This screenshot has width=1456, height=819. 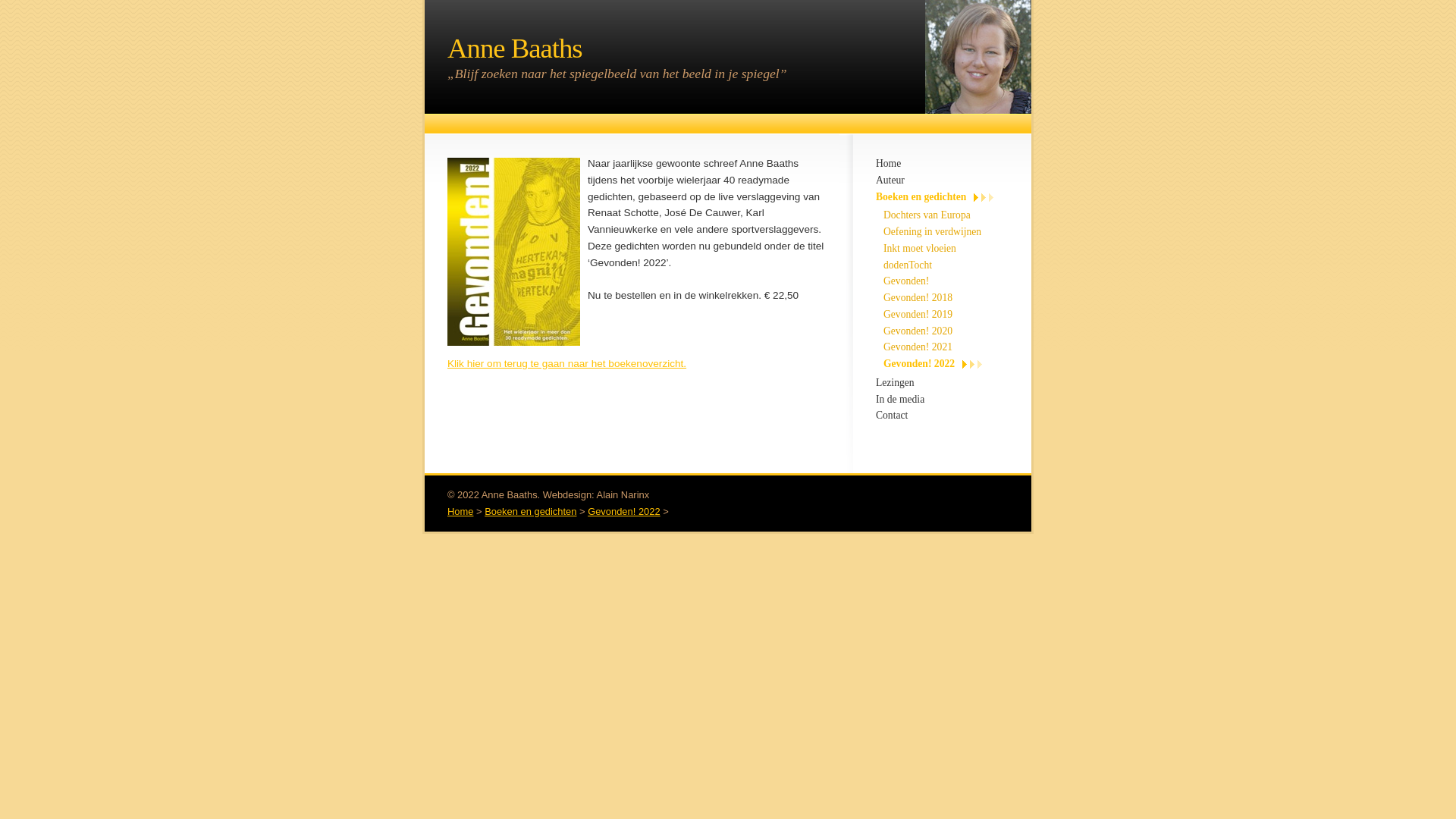 What do you see at coordinates (623, 511) in the screenshot?
I see `'Gevonden! 2022'` at bounding box center [623, 511].